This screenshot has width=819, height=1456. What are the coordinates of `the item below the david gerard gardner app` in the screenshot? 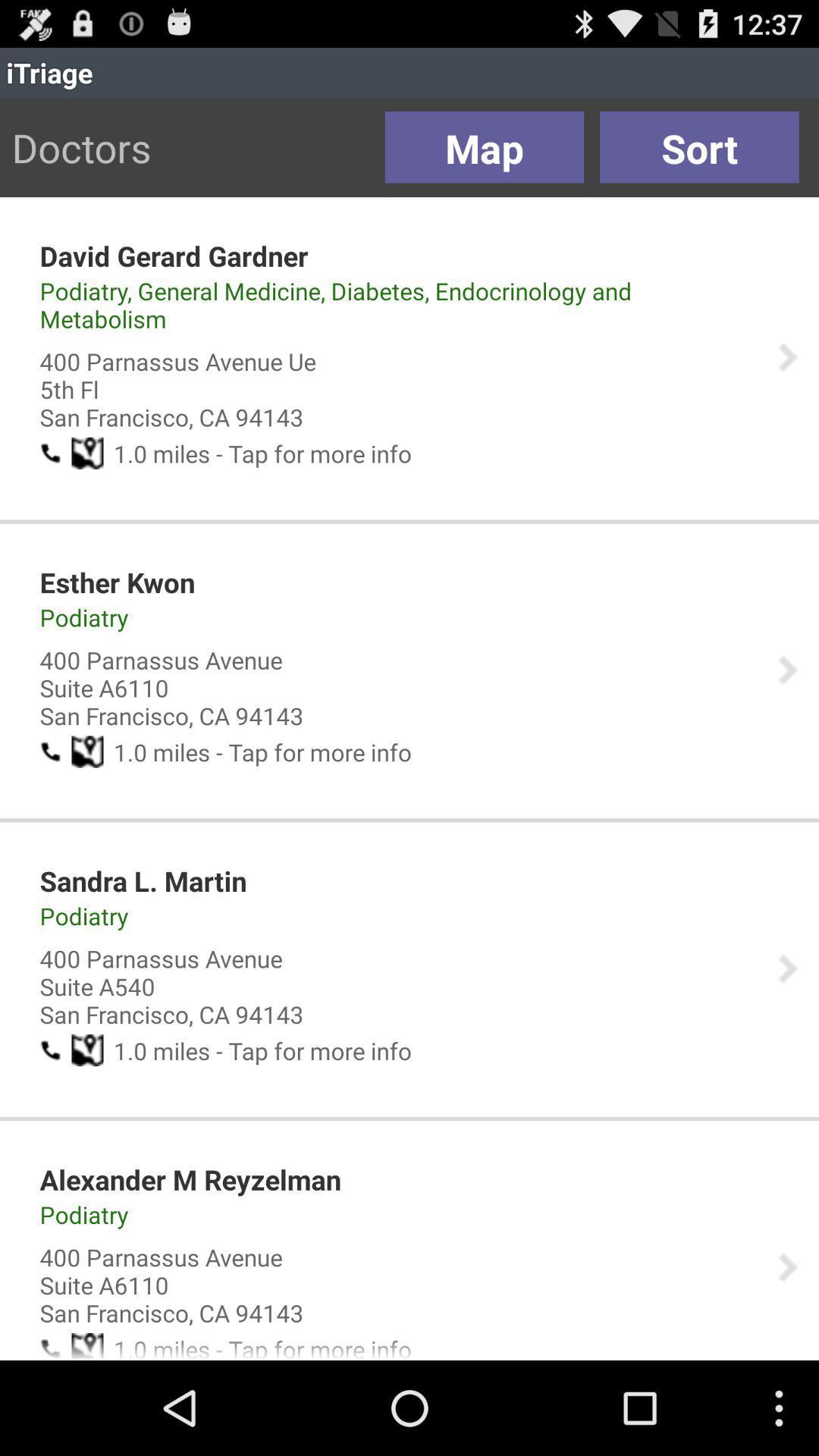 It's located at (397, 304).